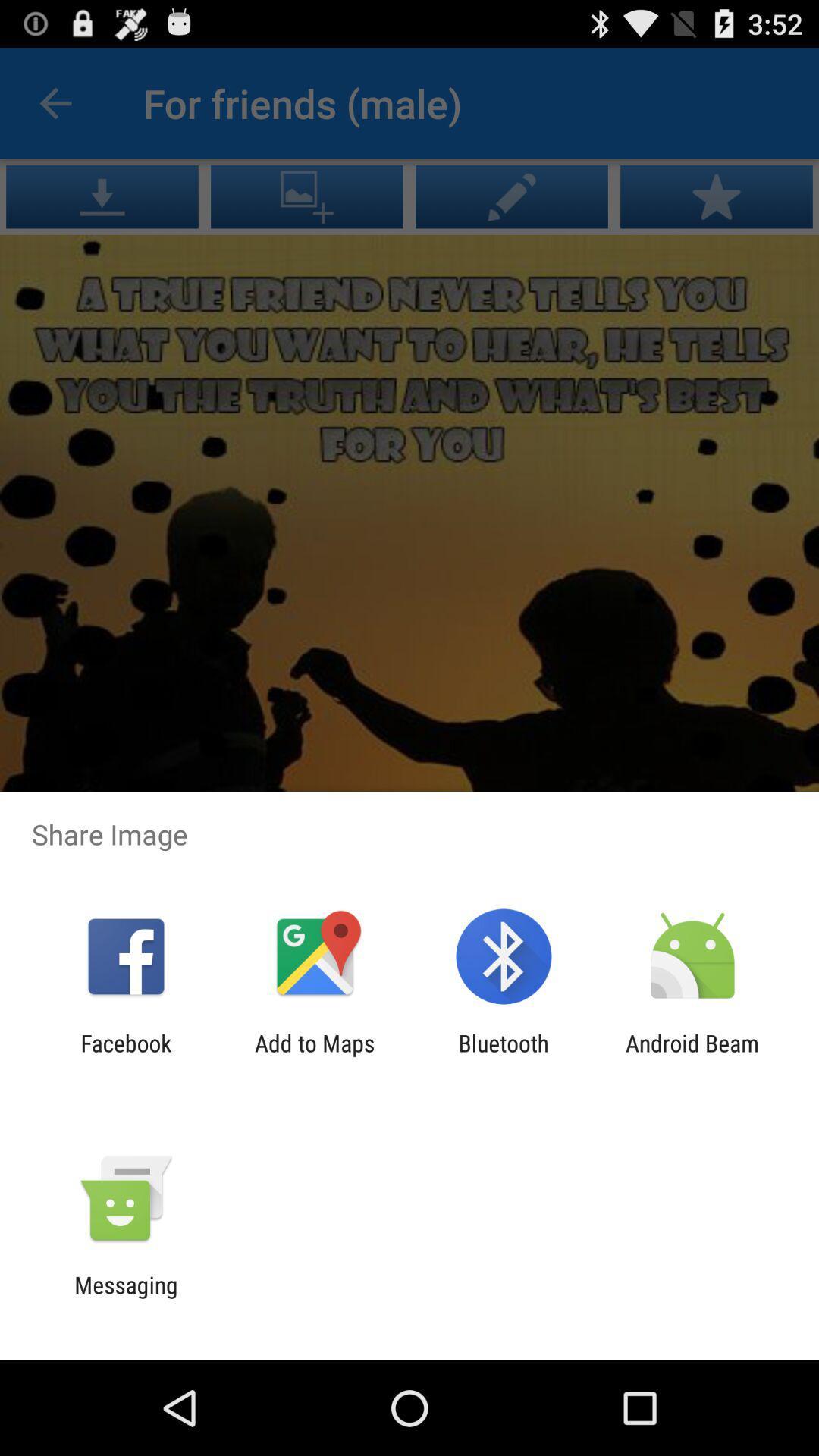 The height and width of the screenshot is (1456, 819). I want to click on the icon next to bluetooth item, so click(692, 1056).